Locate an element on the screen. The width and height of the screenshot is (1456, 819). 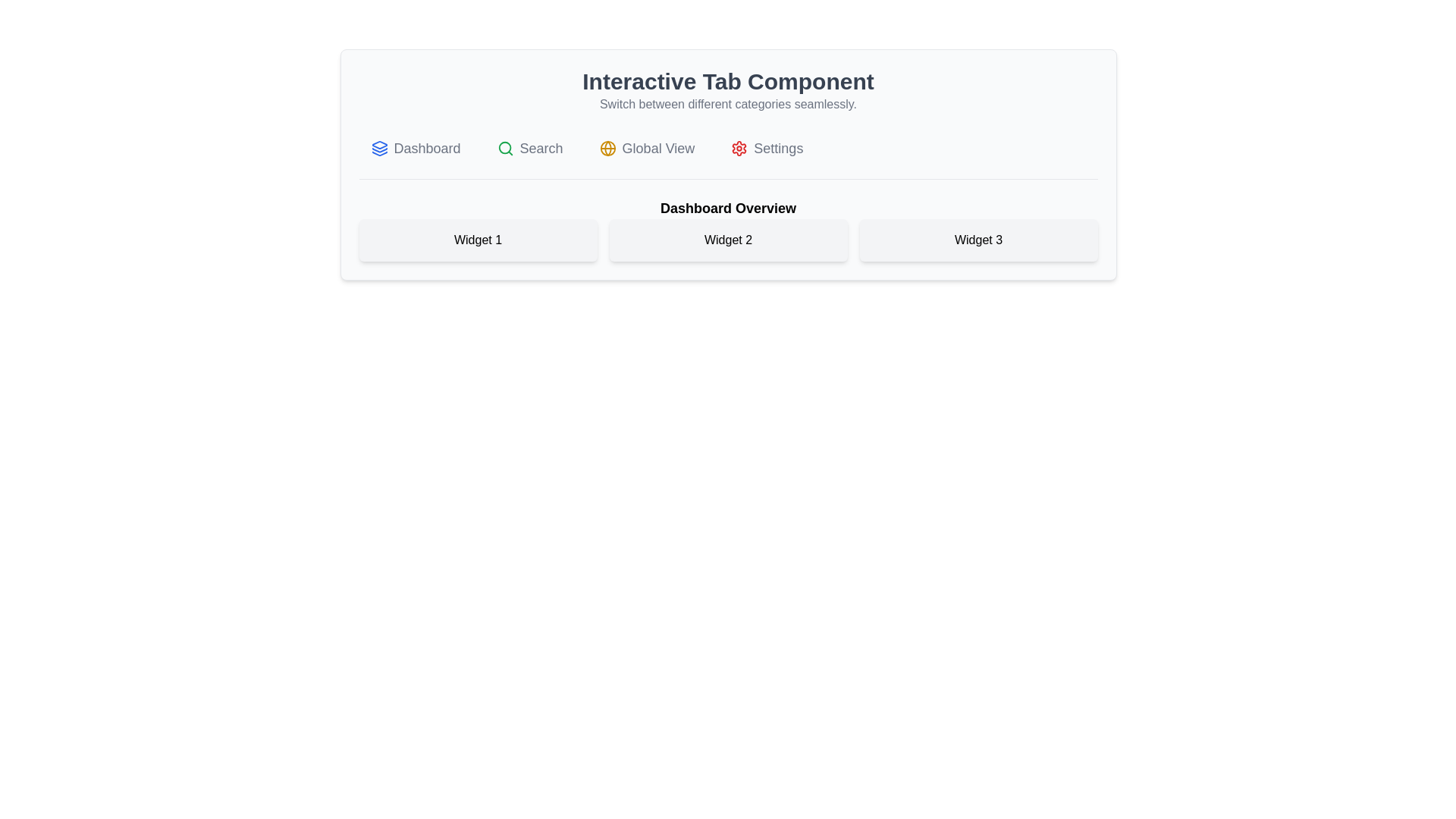
the third tab in the navigation menu, which serves to switch to the 'Global View' category, located between the 'Search' and 'Settings' tabs is located at coordinates (647, 149).